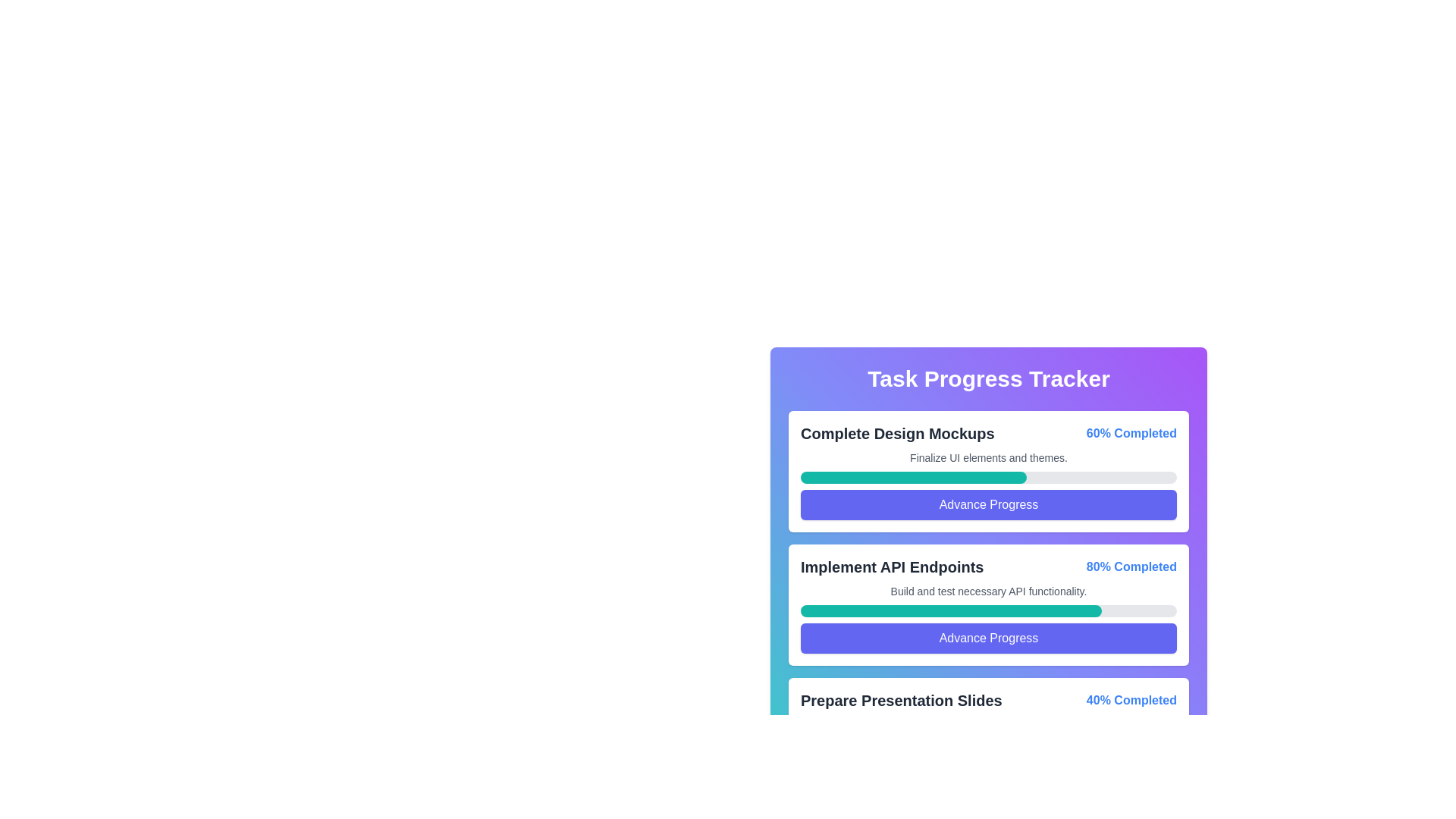  I want to click on the non-interactive text label that summarizes the task titled 'Complete Design Mockups', which is positioned at the top-left of the task block and aligned with the progress percentage text, so click(897, 433).